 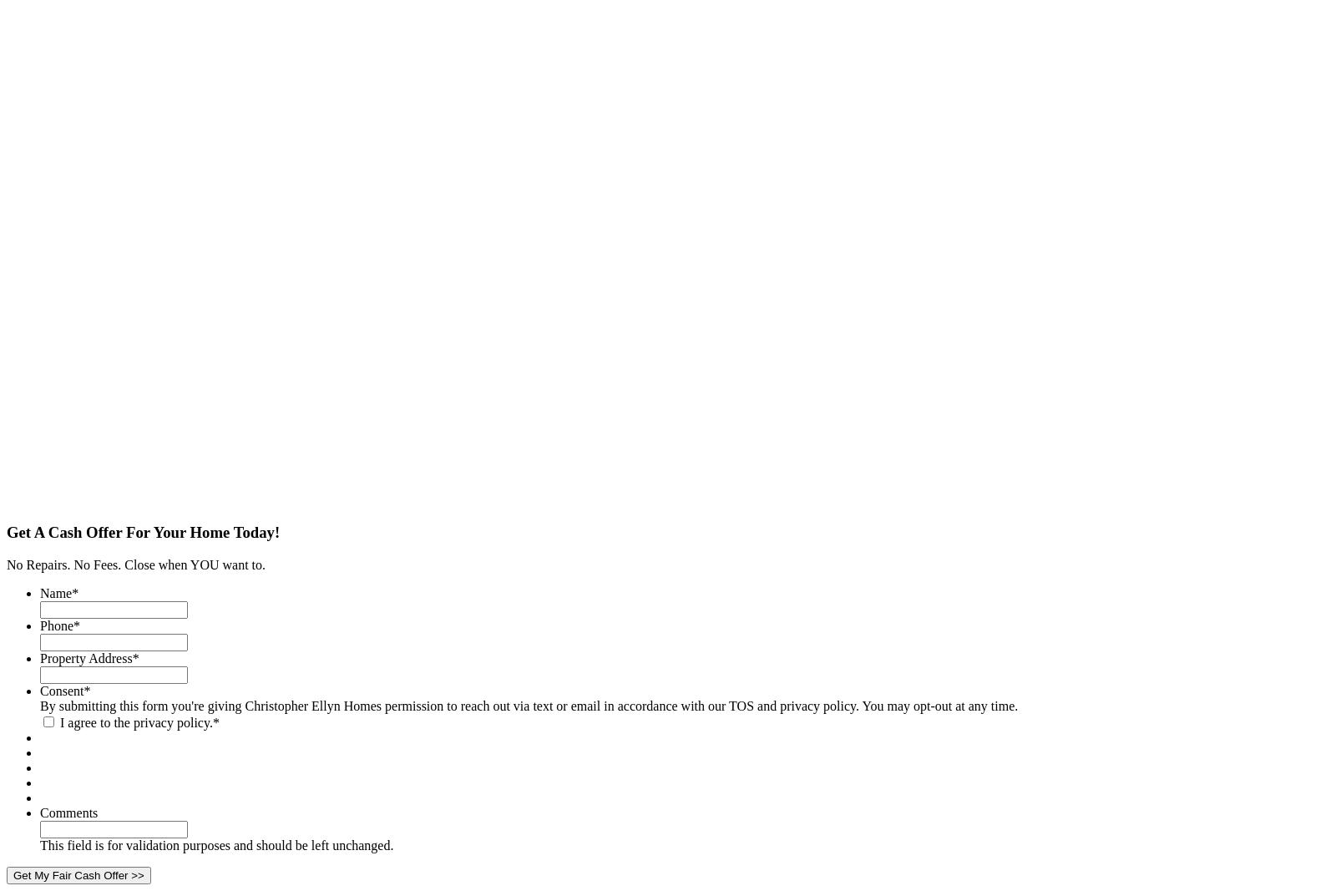 What do you see at coordinates (529, 705) in the screenshot?
I see `'By submitting this form you're giving Christopher Ellyn Homes permission to reach out via text or email in accordance with our TOS and privacy policy. You may opt-out at any time.'` at bounding box center [529, 705].